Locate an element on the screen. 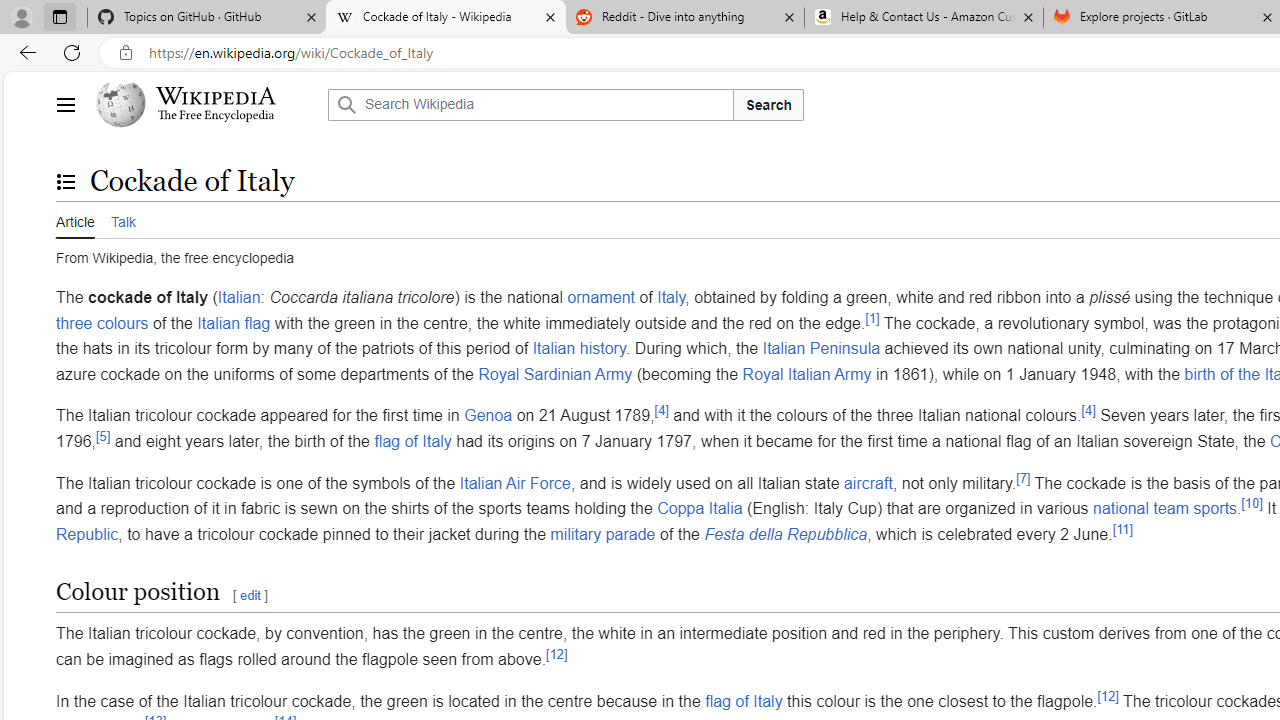 Image resolution: width=1280 pixels, height=720 pixels. 'Article' is located at coordinates (75, 219).